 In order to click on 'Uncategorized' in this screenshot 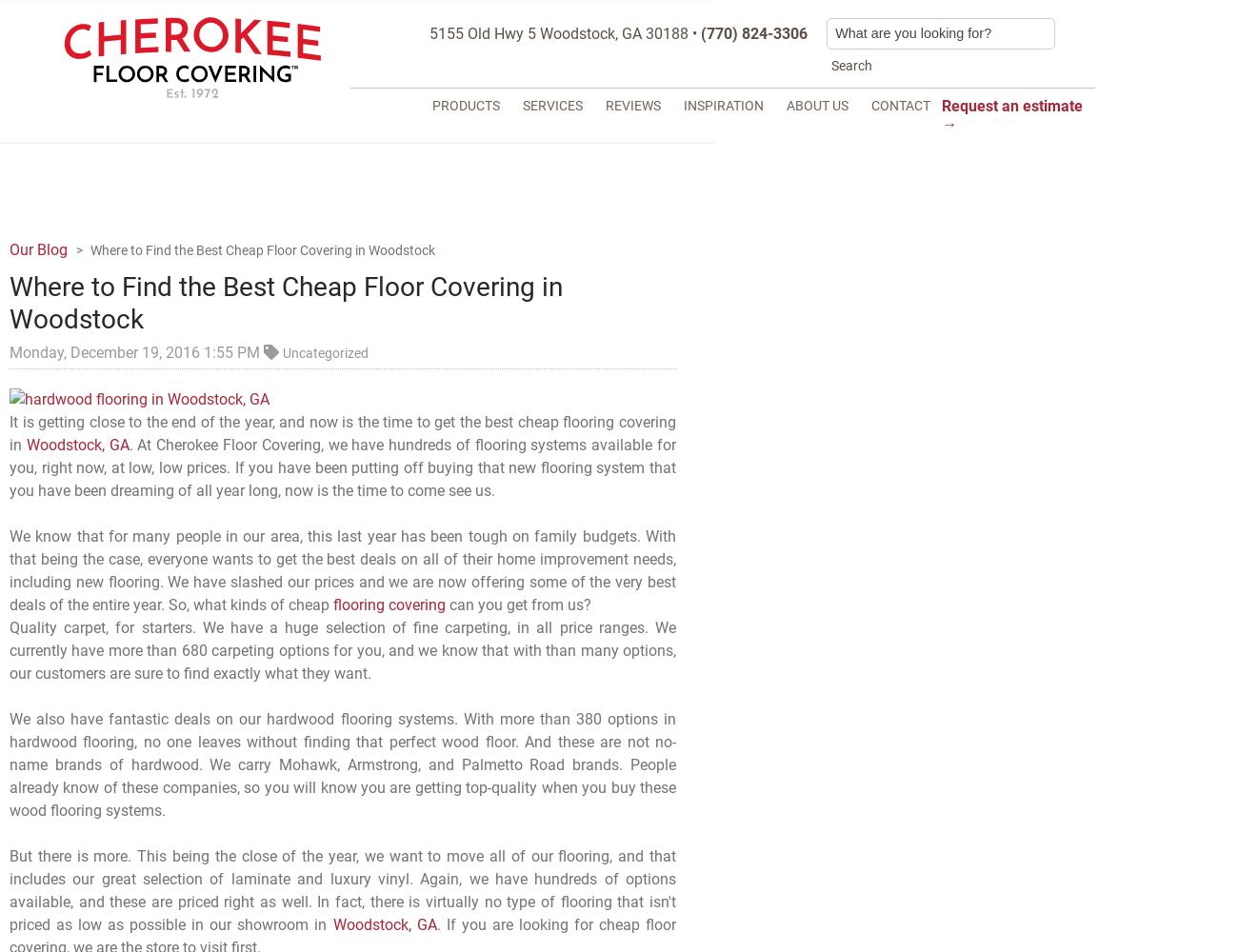, I will do `click(325, 351)`.